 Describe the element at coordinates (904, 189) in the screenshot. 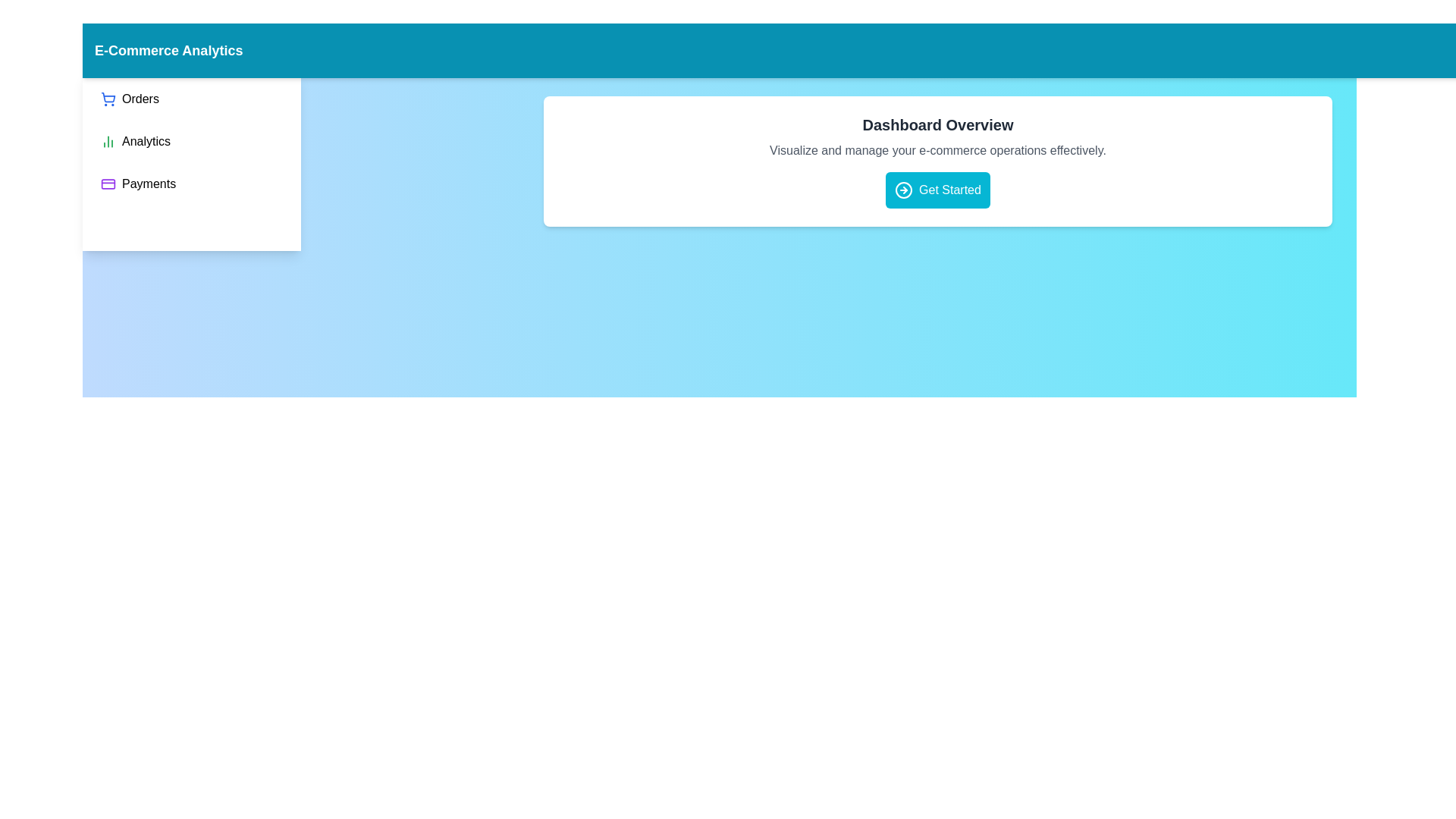

I see `the circular SVG graphical element located in the center of the 'Get Started' button on the 'Dashboard Overview' card` at that location.